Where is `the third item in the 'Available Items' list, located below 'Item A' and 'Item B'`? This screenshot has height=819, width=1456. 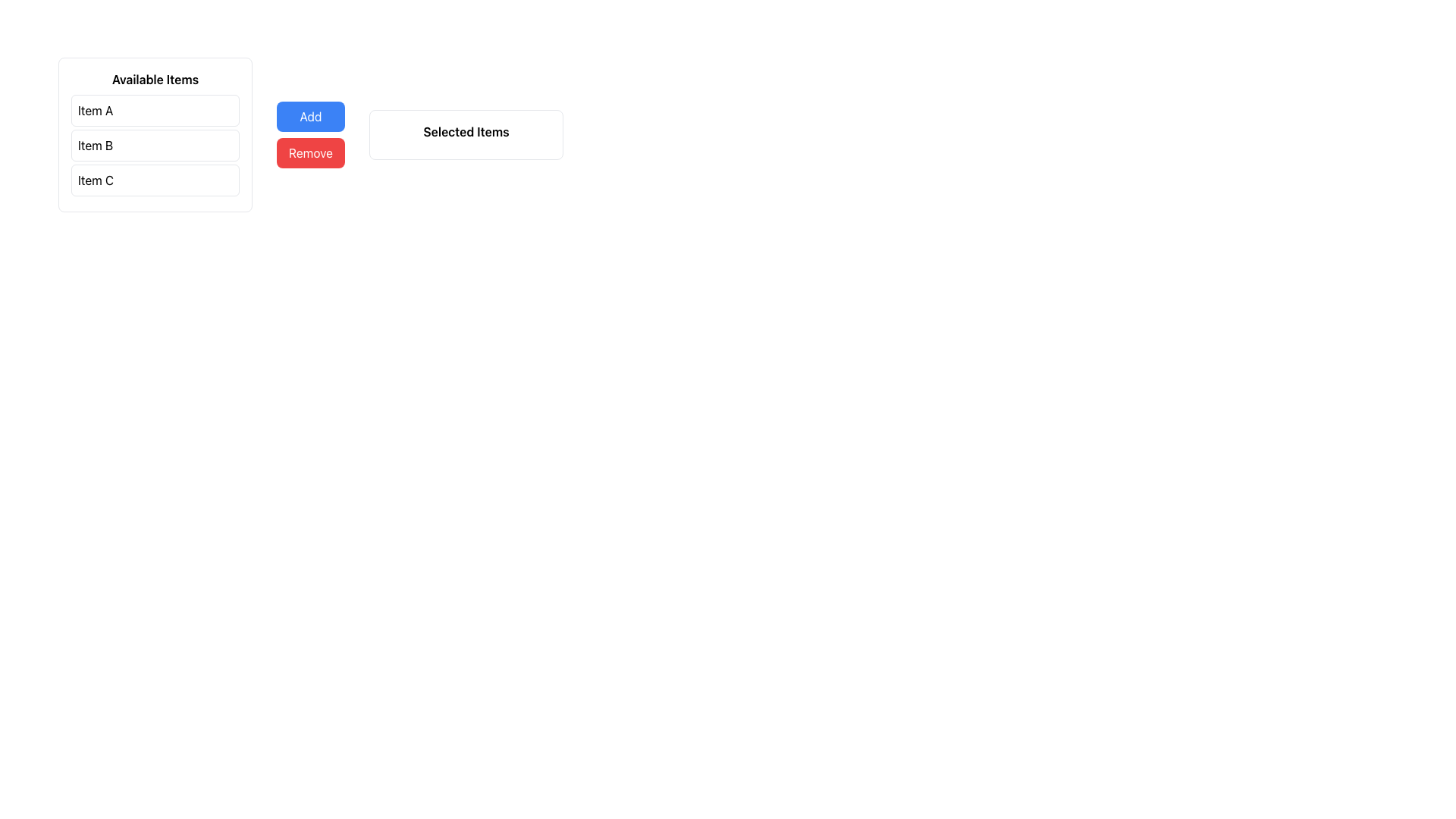
the third item in the 'Available Items' list, located below 'Item A' and 'Item B' is located at coordinates (155, 180).